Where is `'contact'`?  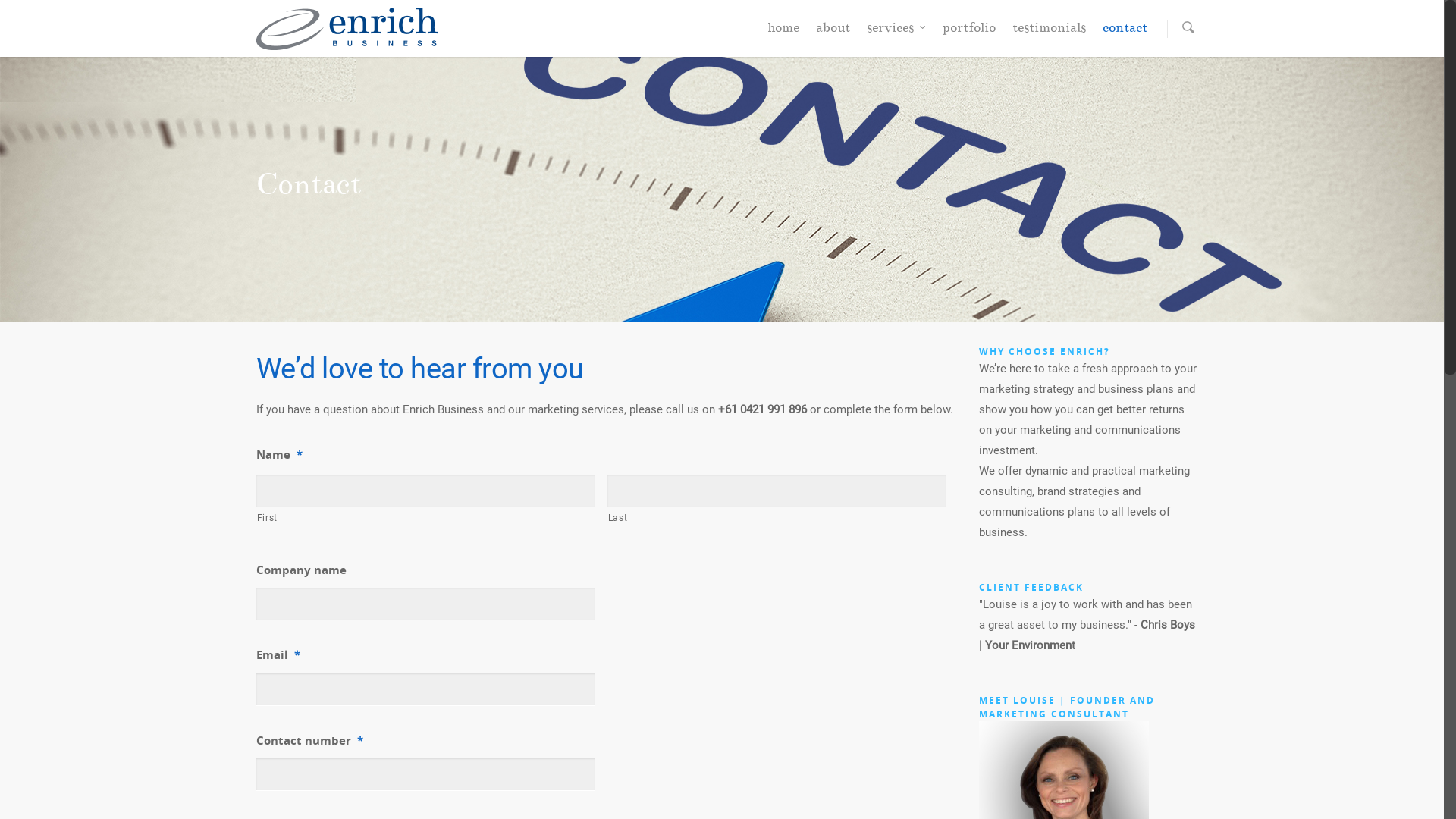 'contact' is located at coordinates (1125, 32).